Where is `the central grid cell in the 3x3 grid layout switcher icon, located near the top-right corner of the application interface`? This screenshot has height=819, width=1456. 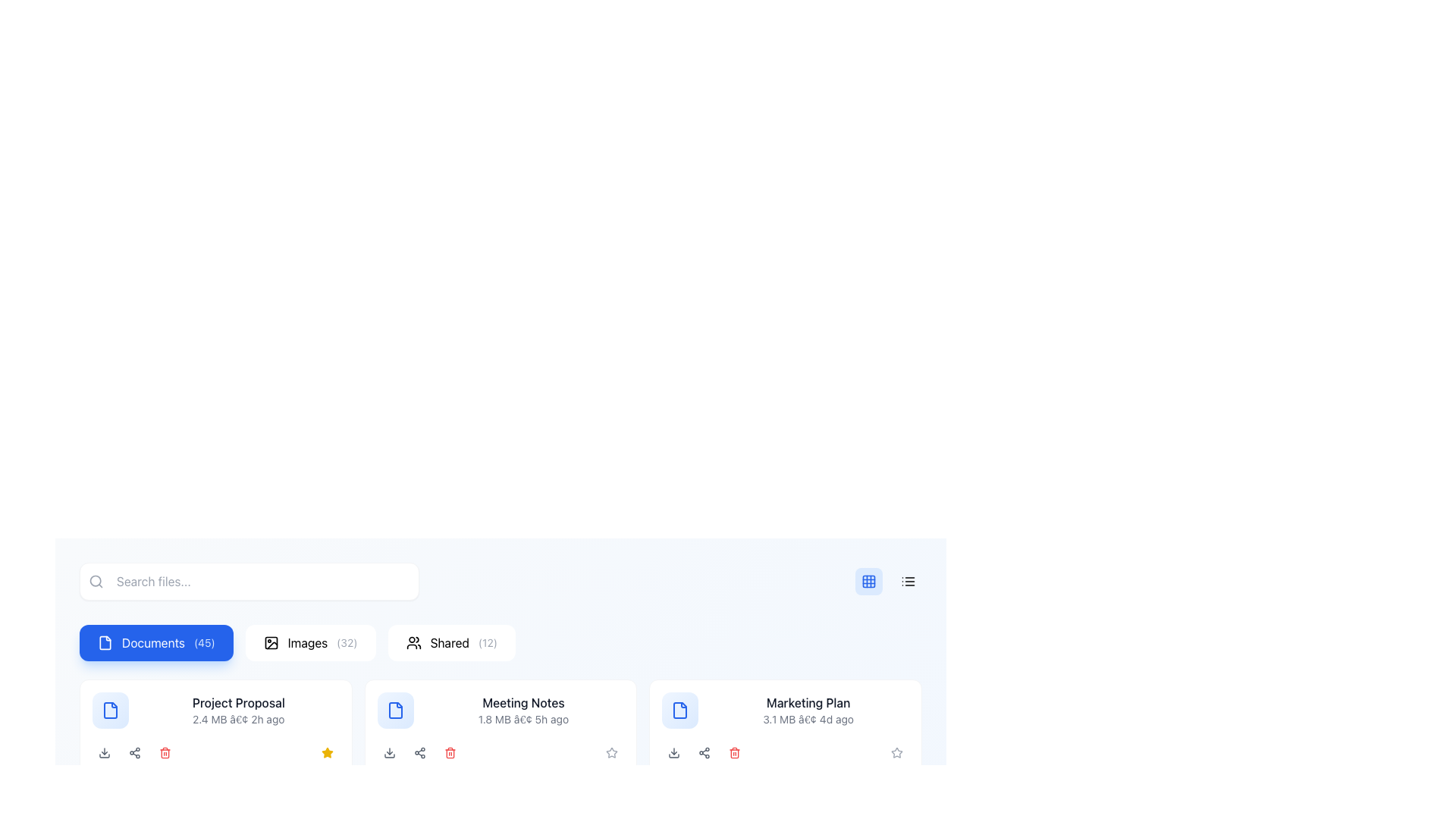
the central grid cell in the 3x3 grid layout switcher icon, located near the top-right corner of the application interface is located at coordinates (869, 581).